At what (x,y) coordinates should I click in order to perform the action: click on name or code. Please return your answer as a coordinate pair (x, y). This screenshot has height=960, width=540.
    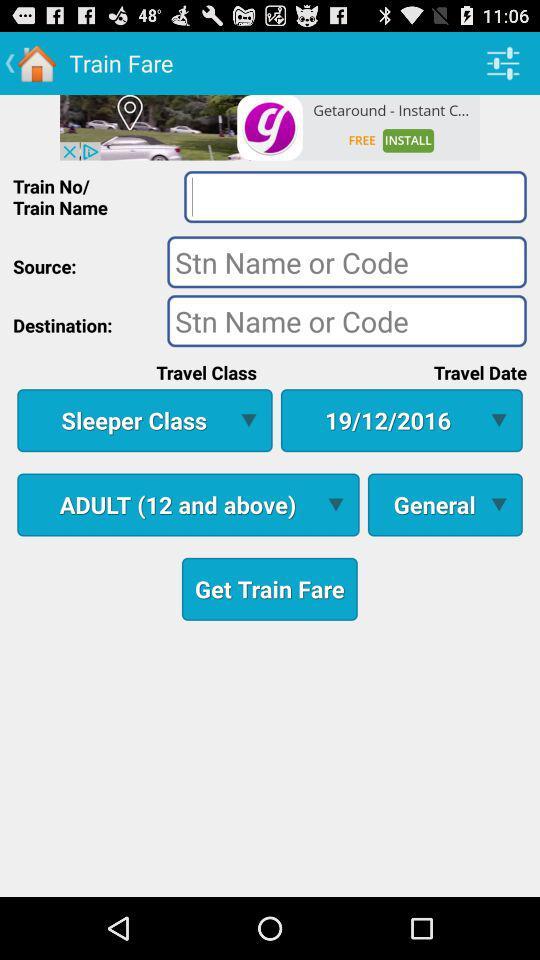
    Looking at the image, I should click on (346, 260).